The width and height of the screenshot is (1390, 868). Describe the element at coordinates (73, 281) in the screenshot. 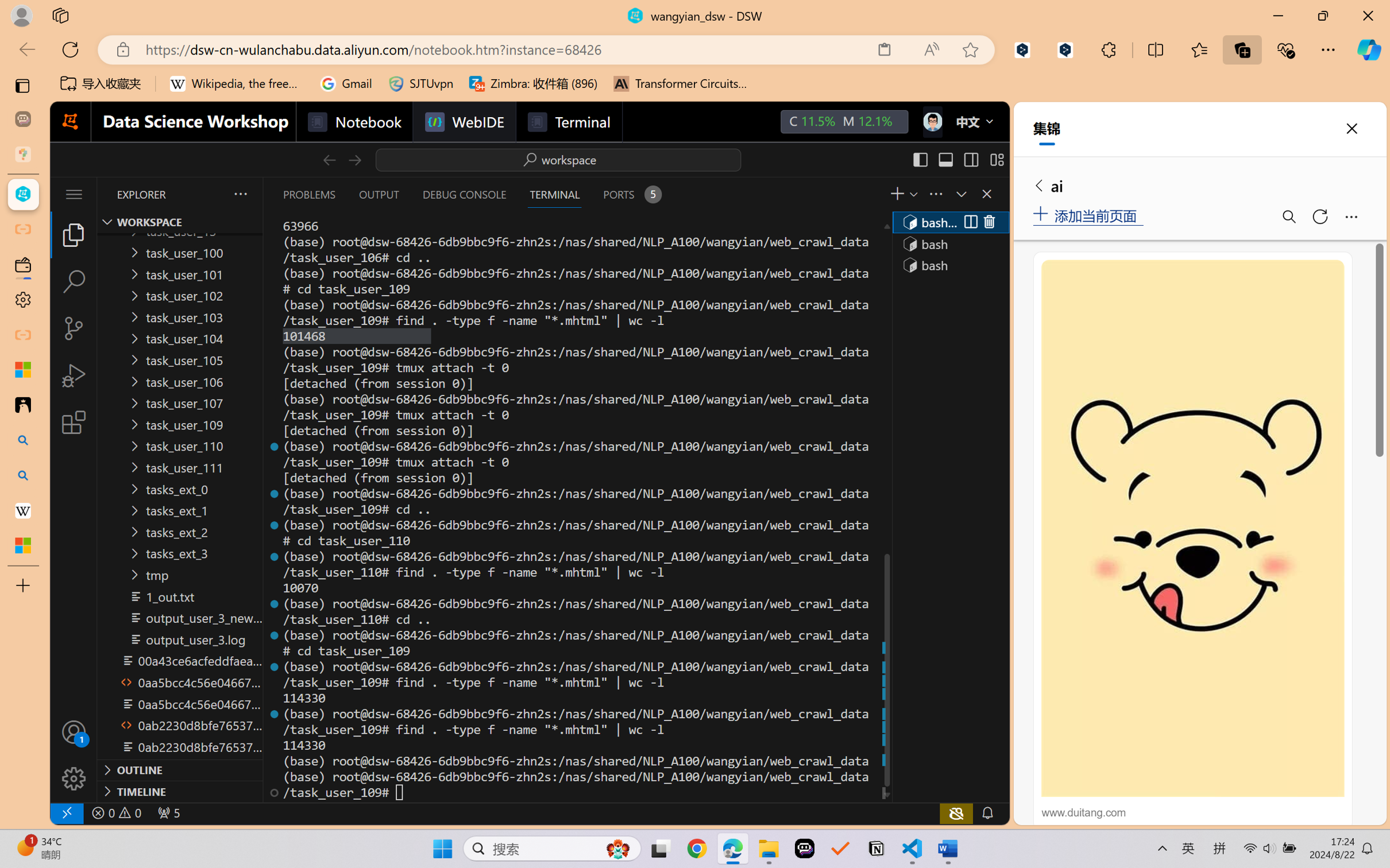

I see `'Search (Ctrl+Shift+F)'` at that location.